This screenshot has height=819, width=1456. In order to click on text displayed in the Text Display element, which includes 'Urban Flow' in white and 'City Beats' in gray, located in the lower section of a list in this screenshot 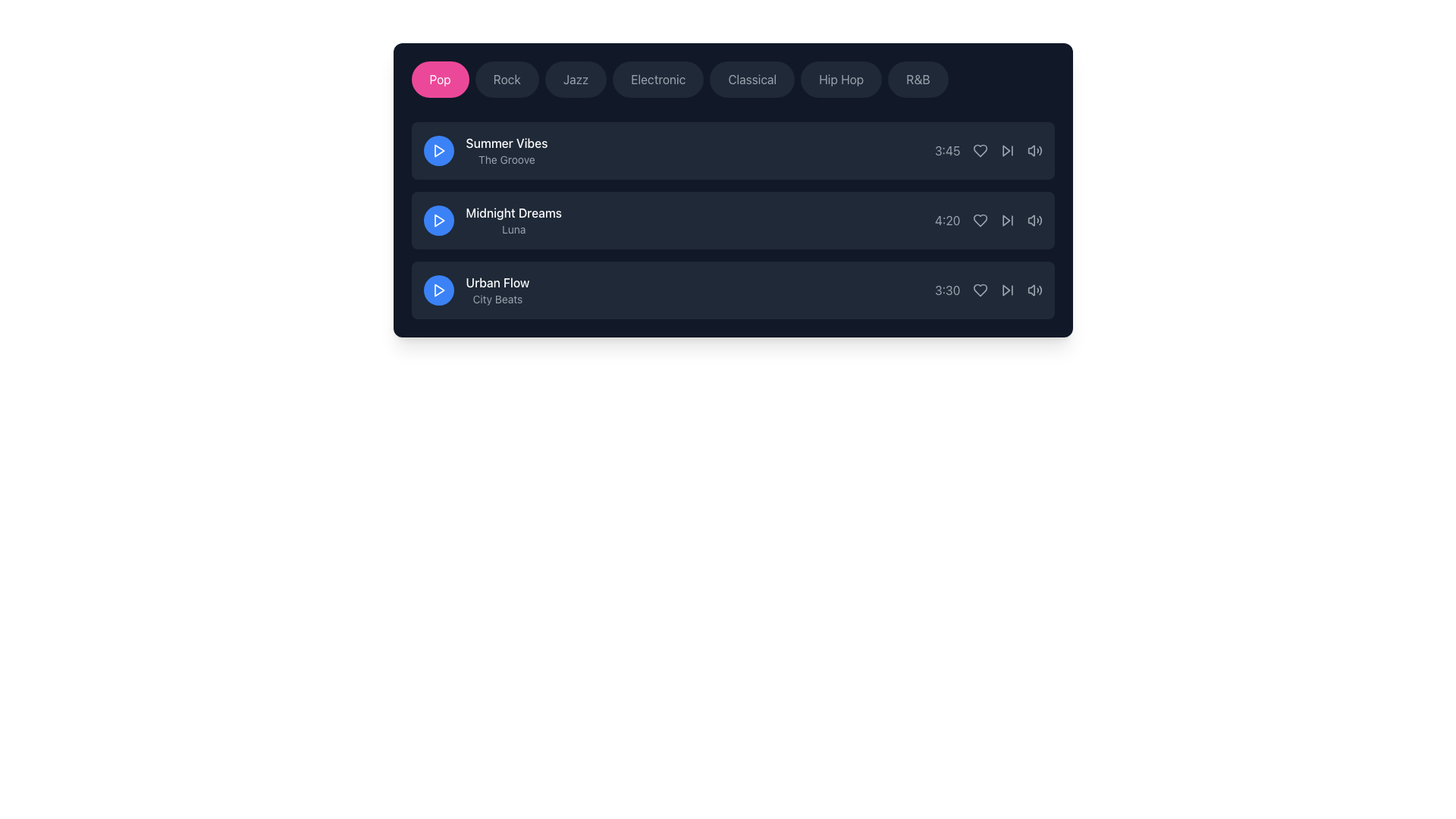, I will do `click(497, 290)`.